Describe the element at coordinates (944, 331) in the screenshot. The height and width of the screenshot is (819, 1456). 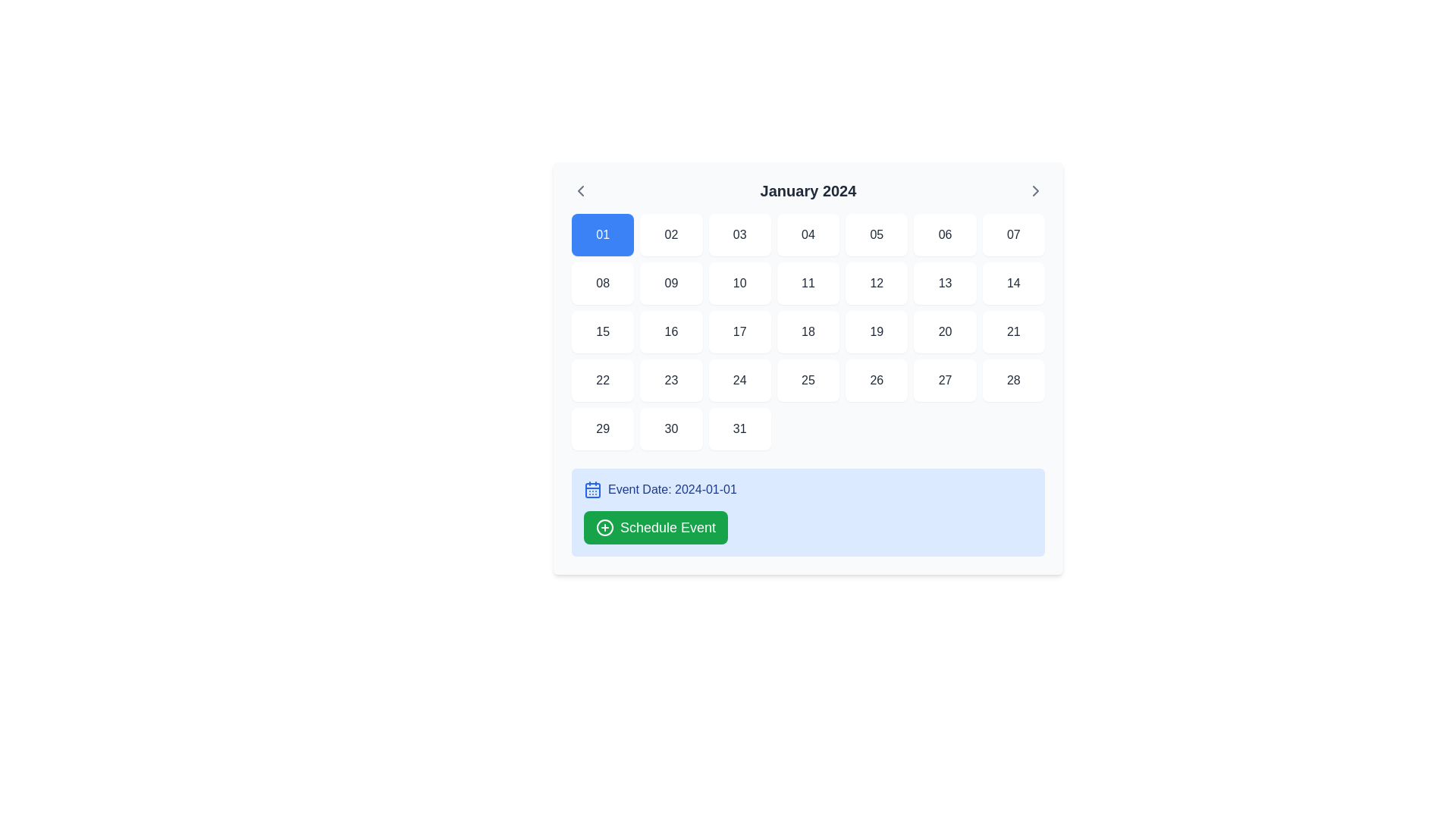
I see `the button labeled '20' which is the 20th cell in a 7-column grid, located in the third row and sixth column` at that location.